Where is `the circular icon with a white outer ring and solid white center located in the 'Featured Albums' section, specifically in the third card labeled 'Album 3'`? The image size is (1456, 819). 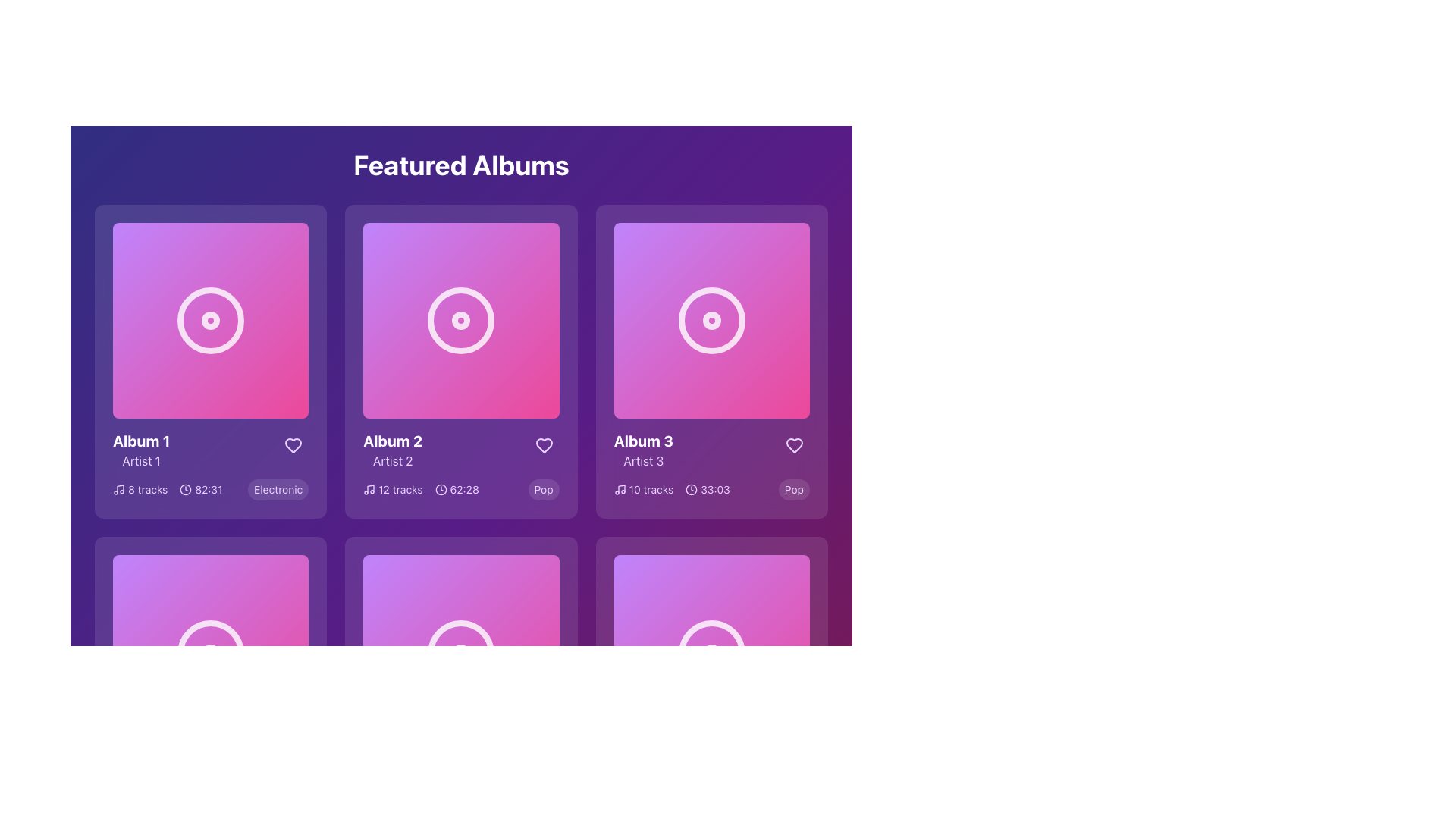 the circular icon with a white outer ring and solid white center located in the 'Featured Albums' section, specifically in the third card labeled 'Album 3' is located at coordinates (711, 320).